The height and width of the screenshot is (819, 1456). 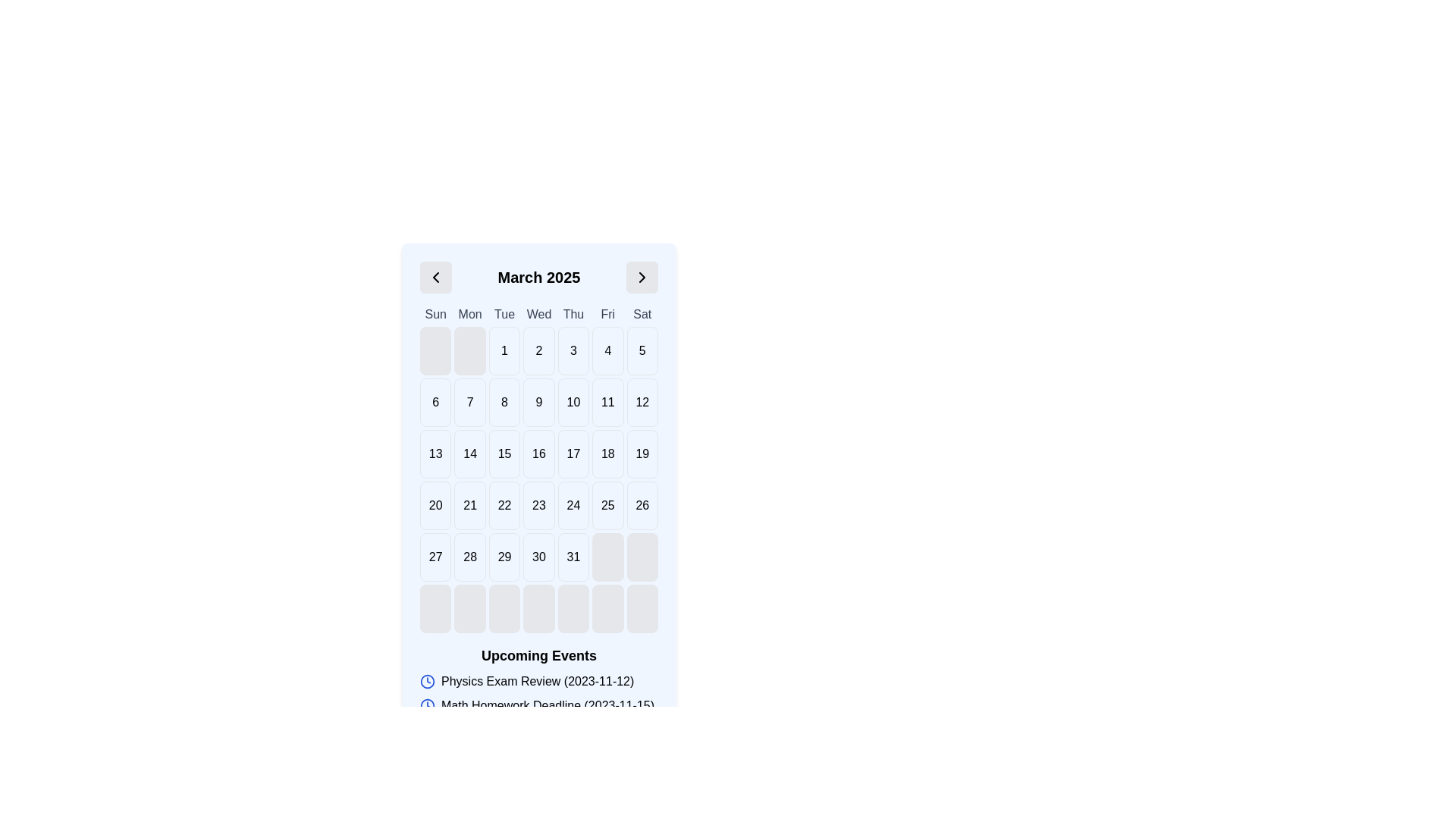 I want to click on the 'Math Homework Deadline (2023-11-15)' text element with a blue clock icon in the 'Upcoming Events' section, so click(x=538, y=705).